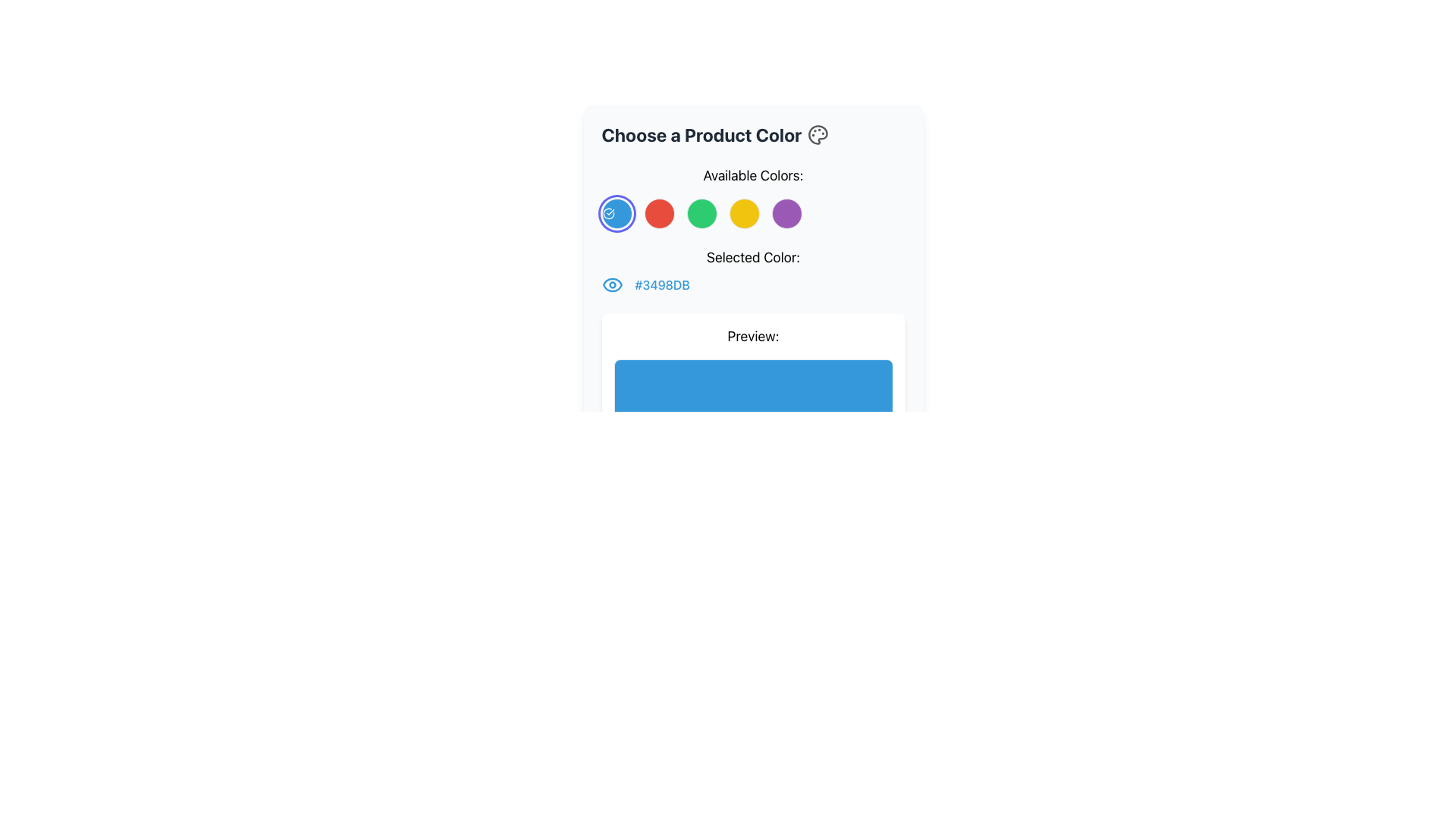  I want to click on the fifth circular button in the 'Available Colors' section, so click(786, 213).